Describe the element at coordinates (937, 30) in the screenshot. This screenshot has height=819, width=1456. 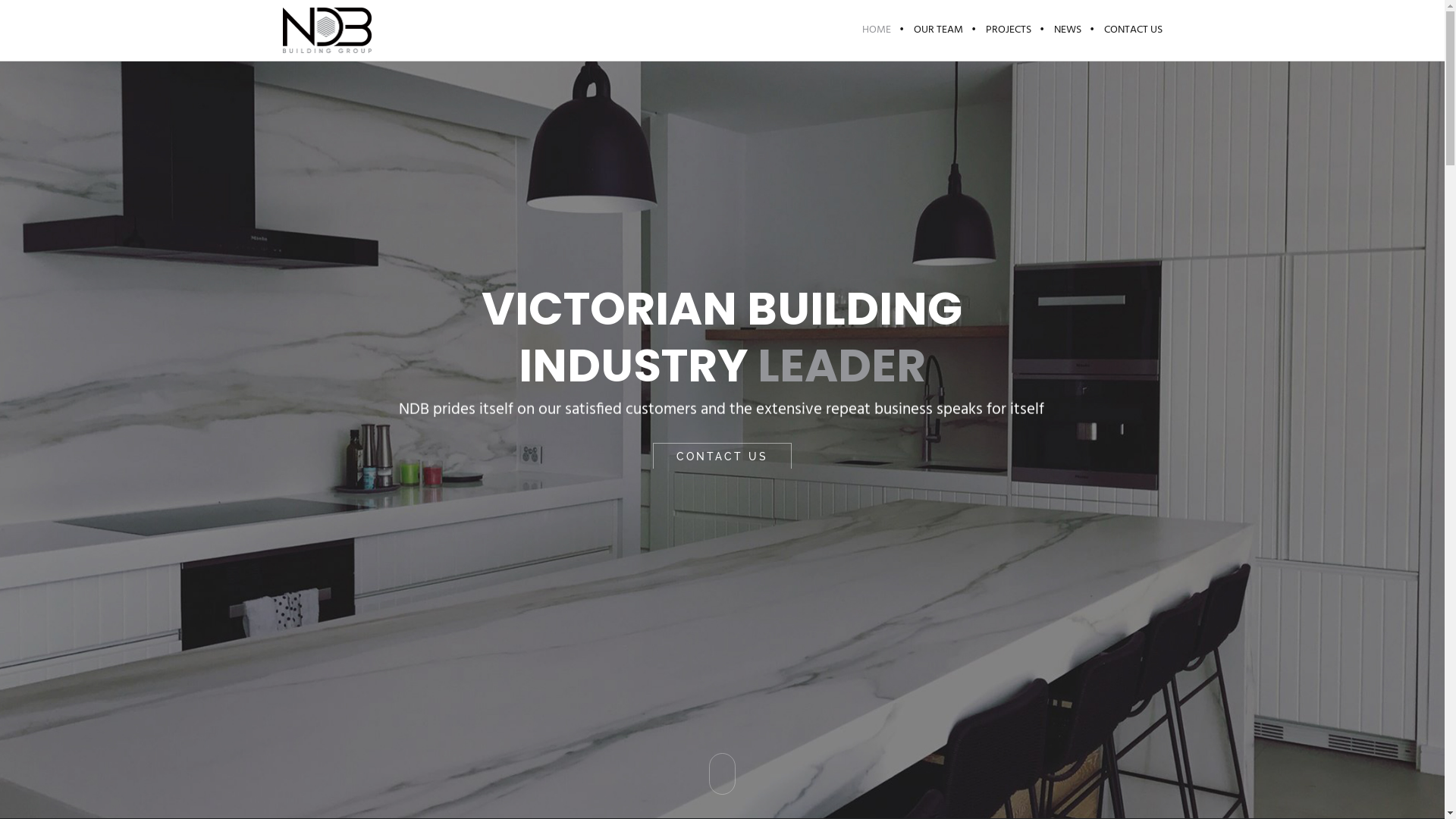
I see `'OUR TEAM'` at that location.